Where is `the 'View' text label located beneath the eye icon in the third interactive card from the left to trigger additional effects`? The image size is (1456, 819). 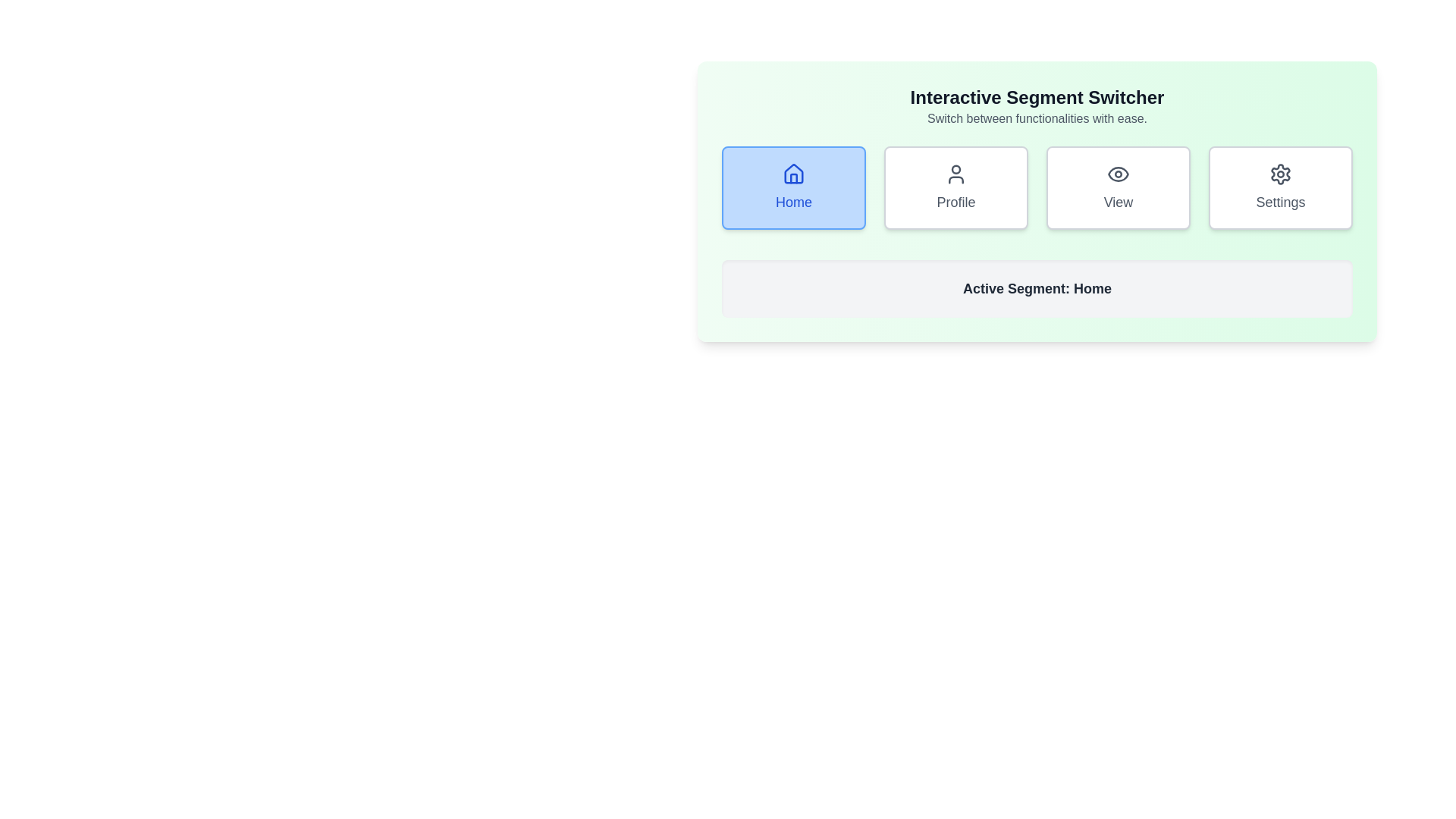 the 'View' text label located beneath the eye icon in the third interactive card from the left to trigger additional effects is located at coordinates (1118, 201).